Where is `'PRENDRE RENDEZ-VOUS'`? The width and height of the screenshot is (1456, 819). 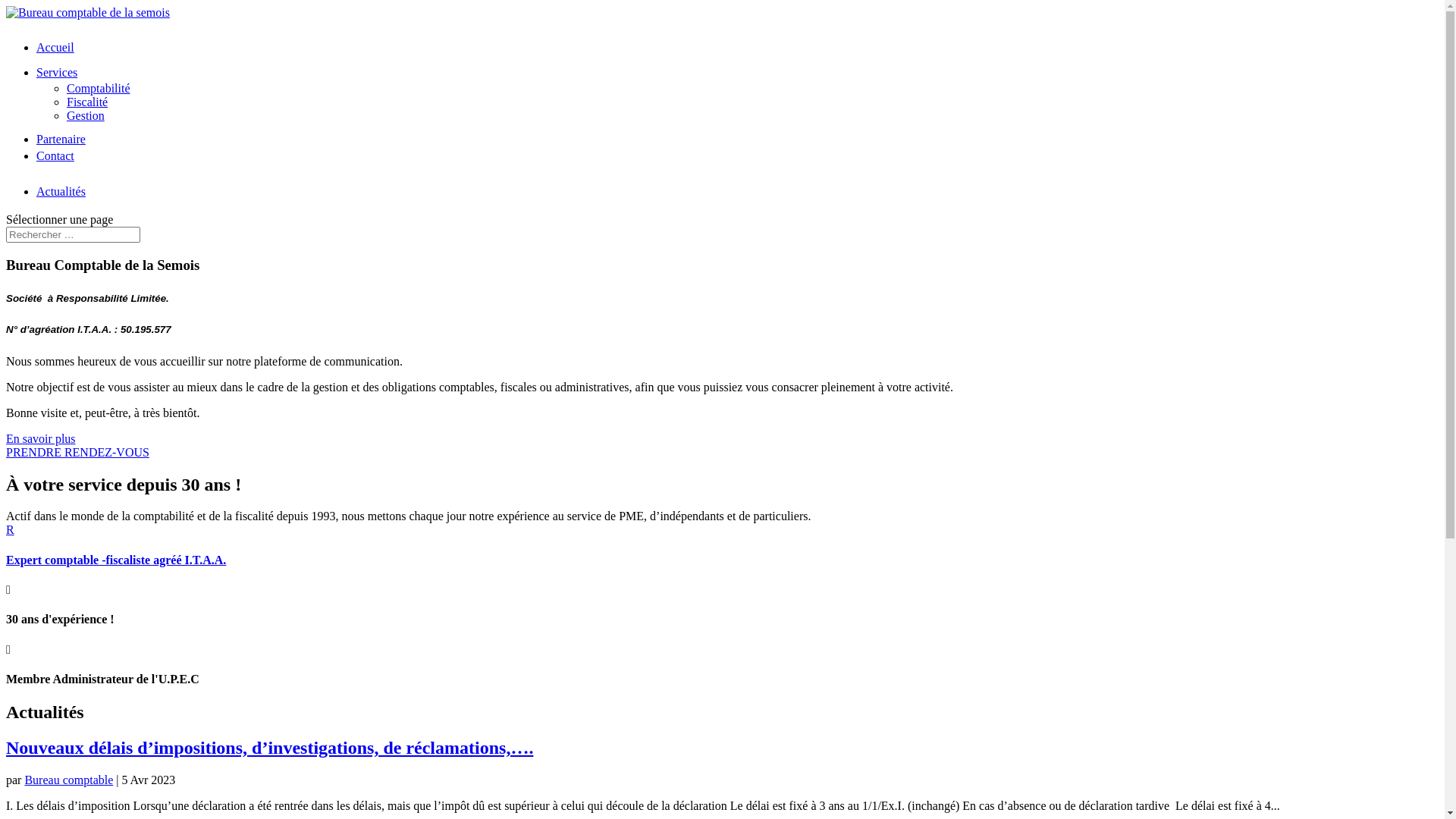 'PRENDRE RENDEZ-VOUS' is located at coordinates (77, 451).